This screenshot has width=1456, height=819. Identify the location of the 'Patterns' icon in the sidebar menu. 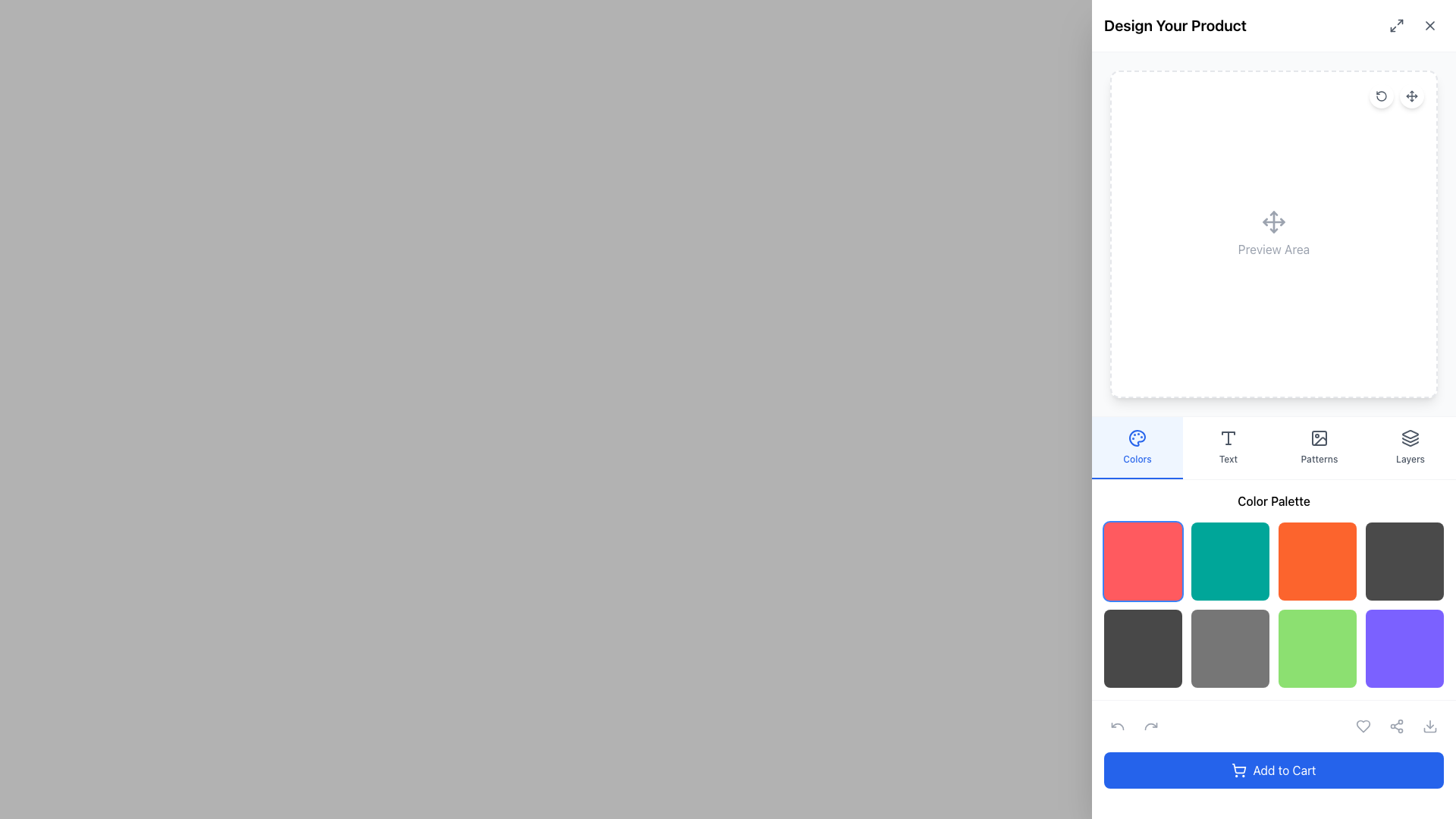
(1318, 438).